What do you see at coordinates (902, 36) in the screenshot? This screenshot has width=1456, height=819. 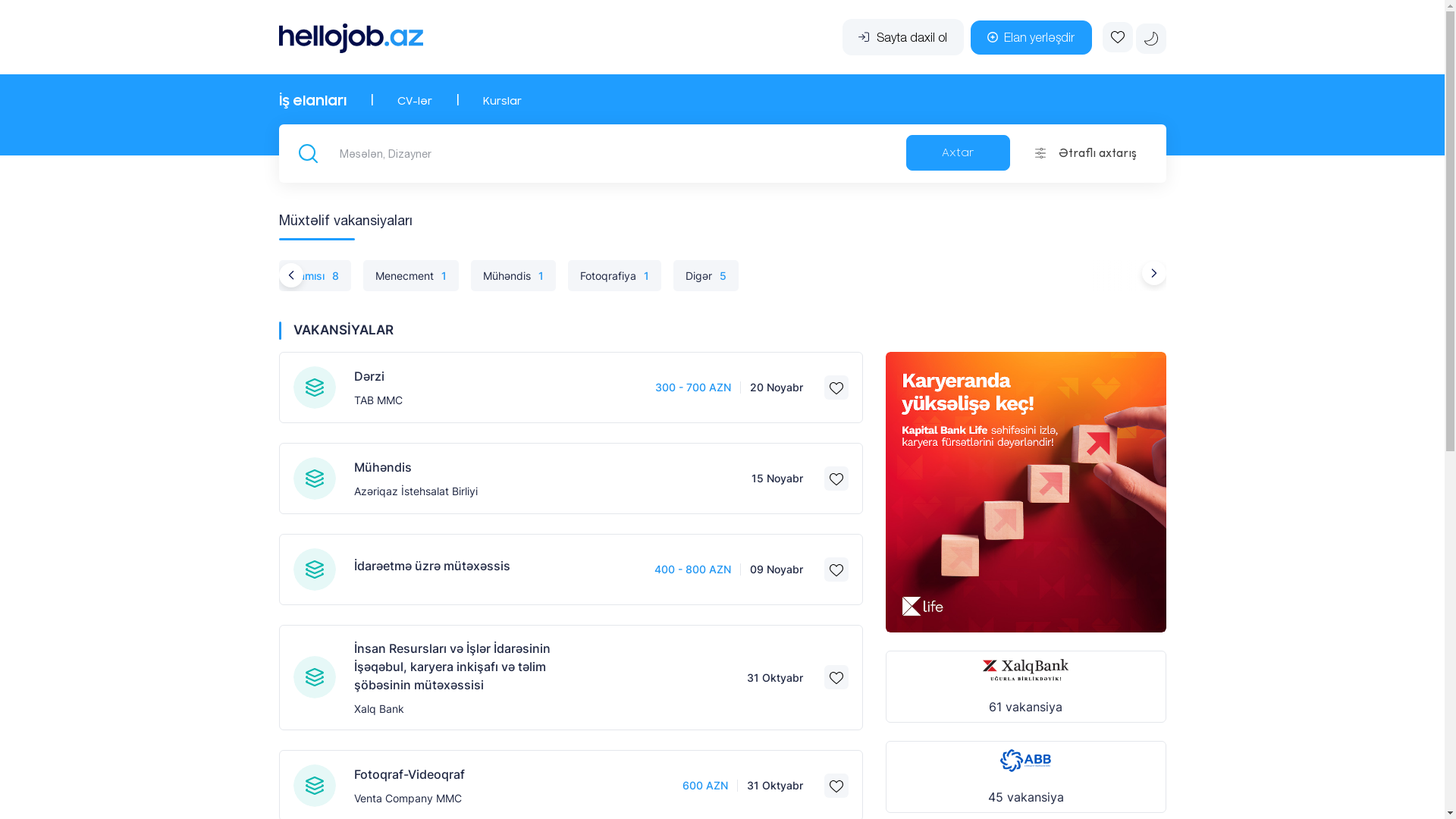 I see `'Sayta daxil ol'` at bounding box center [902, 36].